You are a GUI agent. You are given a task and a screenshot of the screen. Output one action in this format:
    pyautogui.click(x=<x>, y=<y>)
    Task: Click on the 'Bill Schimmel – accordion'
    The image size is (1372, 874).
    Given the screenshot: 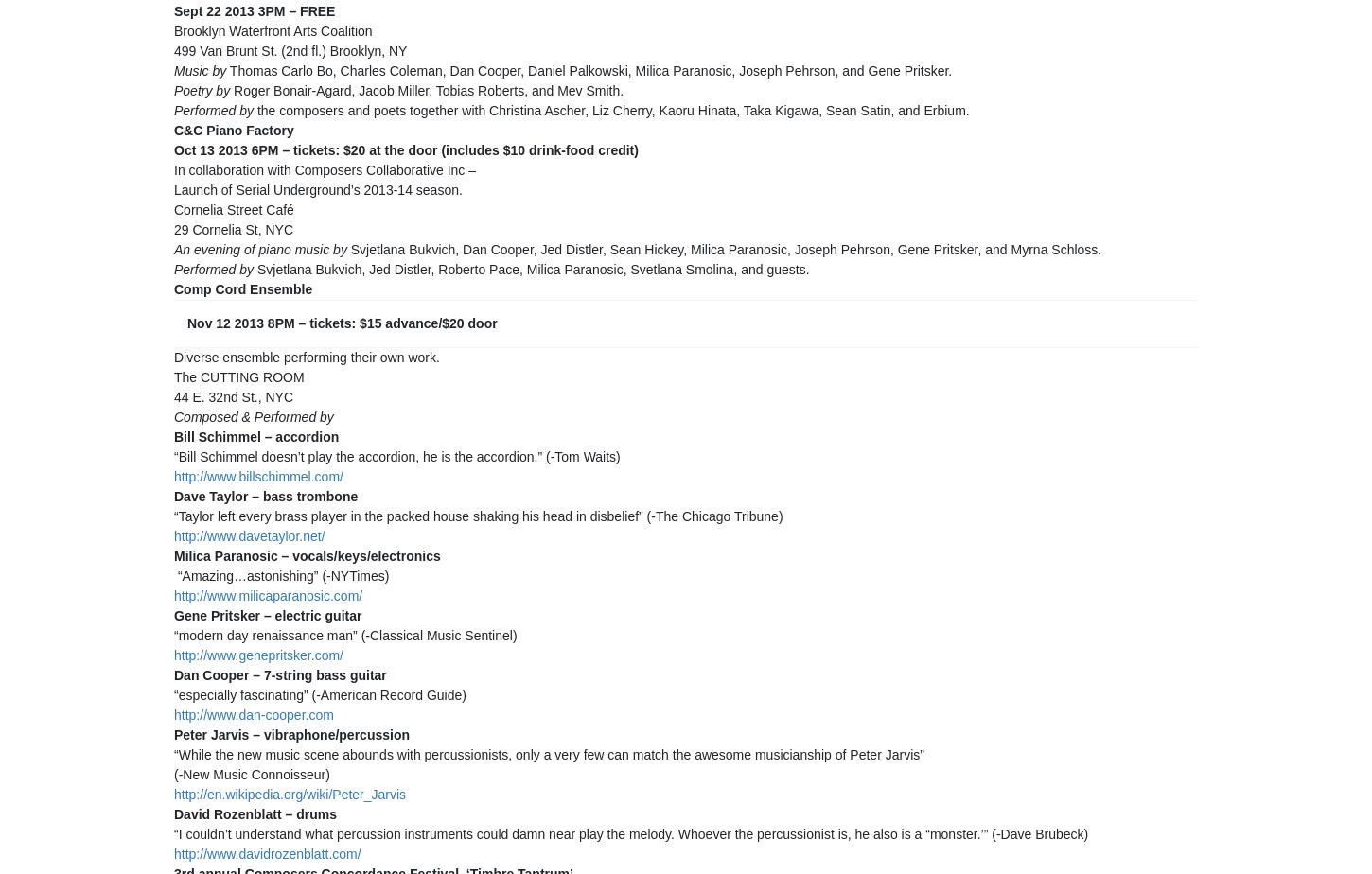 What is the action you would take?
    pyautogui.click(x=256, y=437)
    